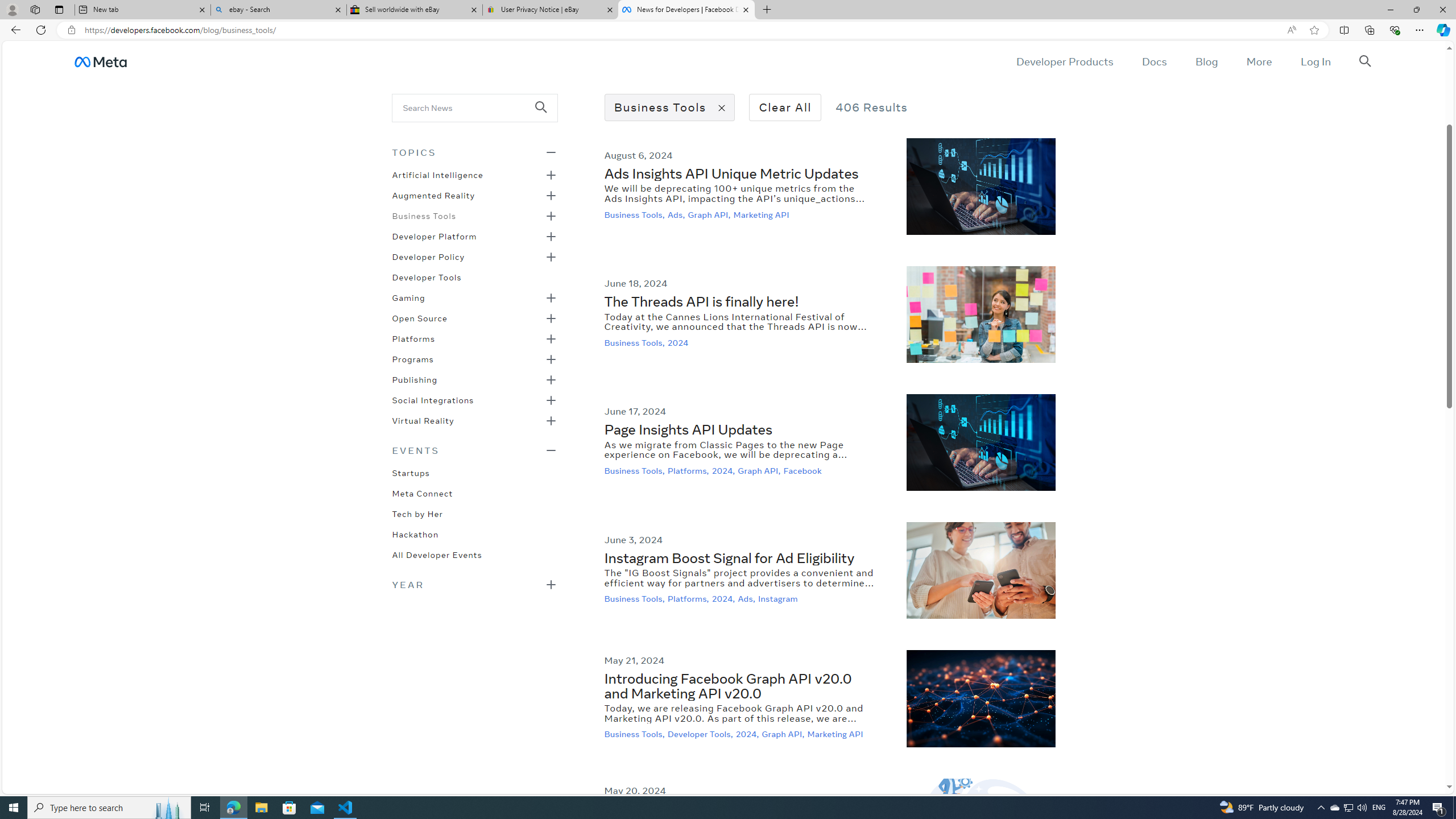 Image resolution: width=1456 pixels, height=819 pixels. What do you see at coordinates (1314, 61) in the screenshot?
I see `'Log In'` at bounding box center [1314, 61].